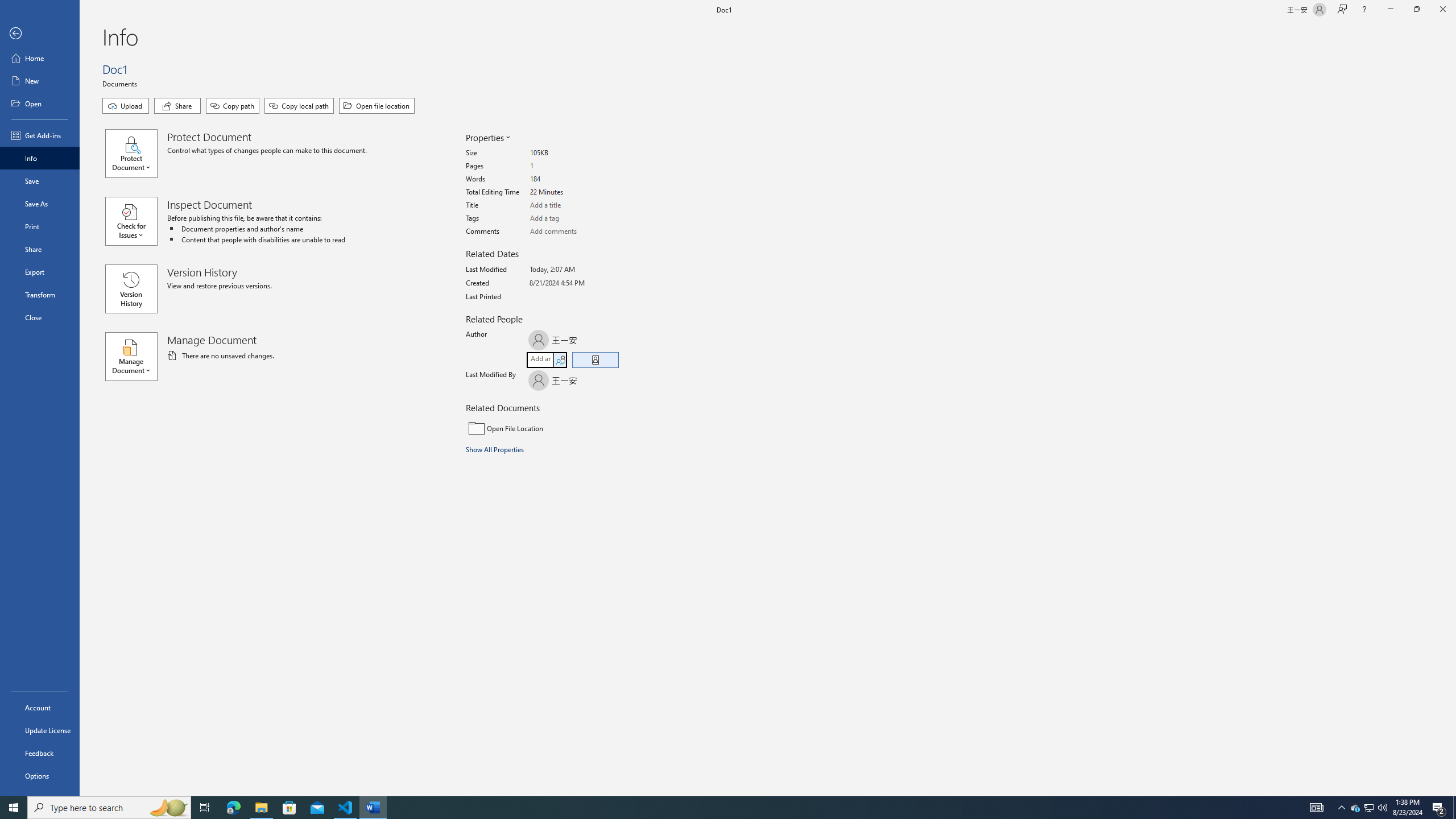 The image size is (1456, 819). I want to click on 'Account', so click(39, 708).